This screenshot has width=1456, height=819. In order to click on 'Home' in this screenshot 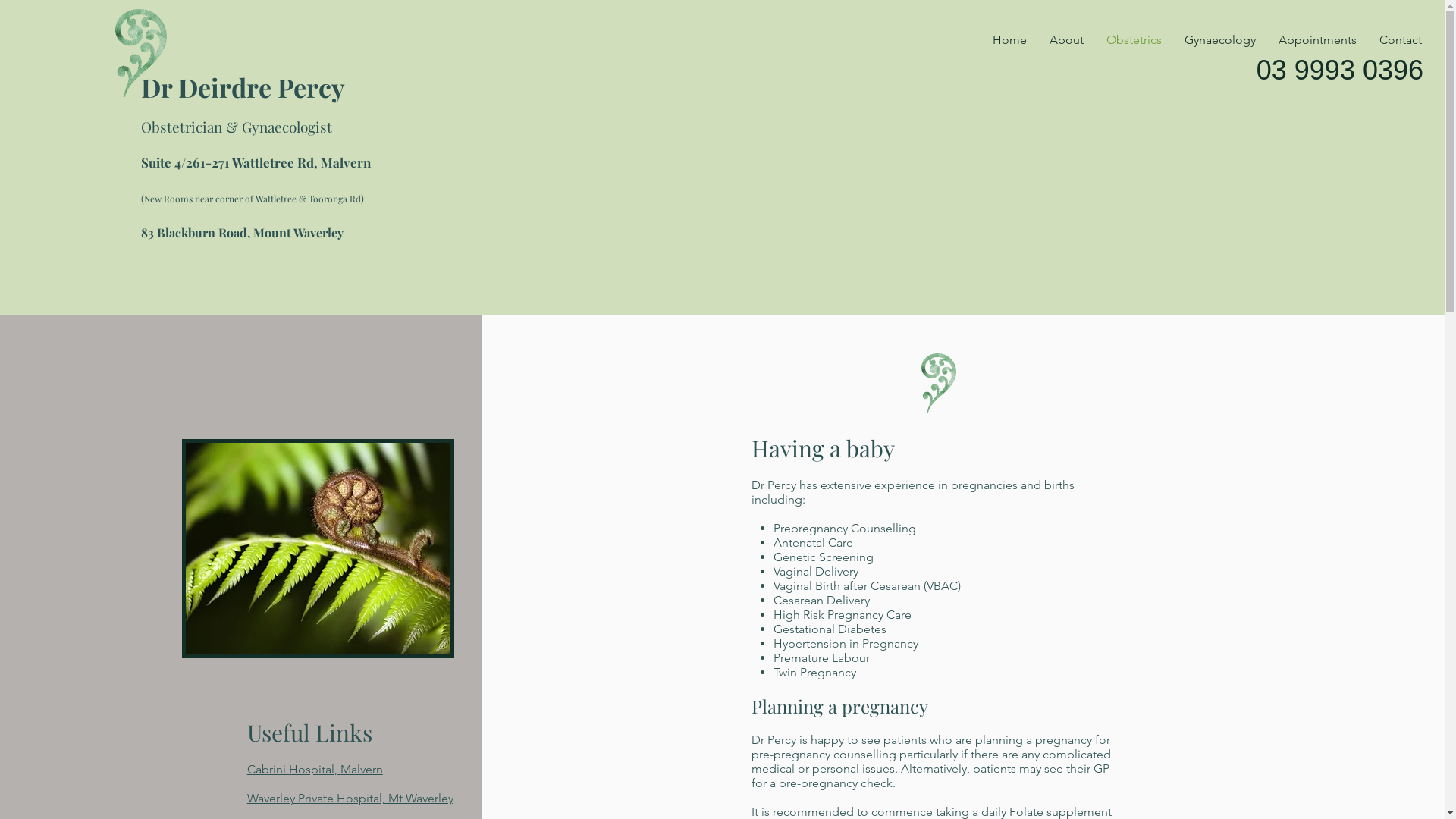, I will do `click(1009, 39)`.